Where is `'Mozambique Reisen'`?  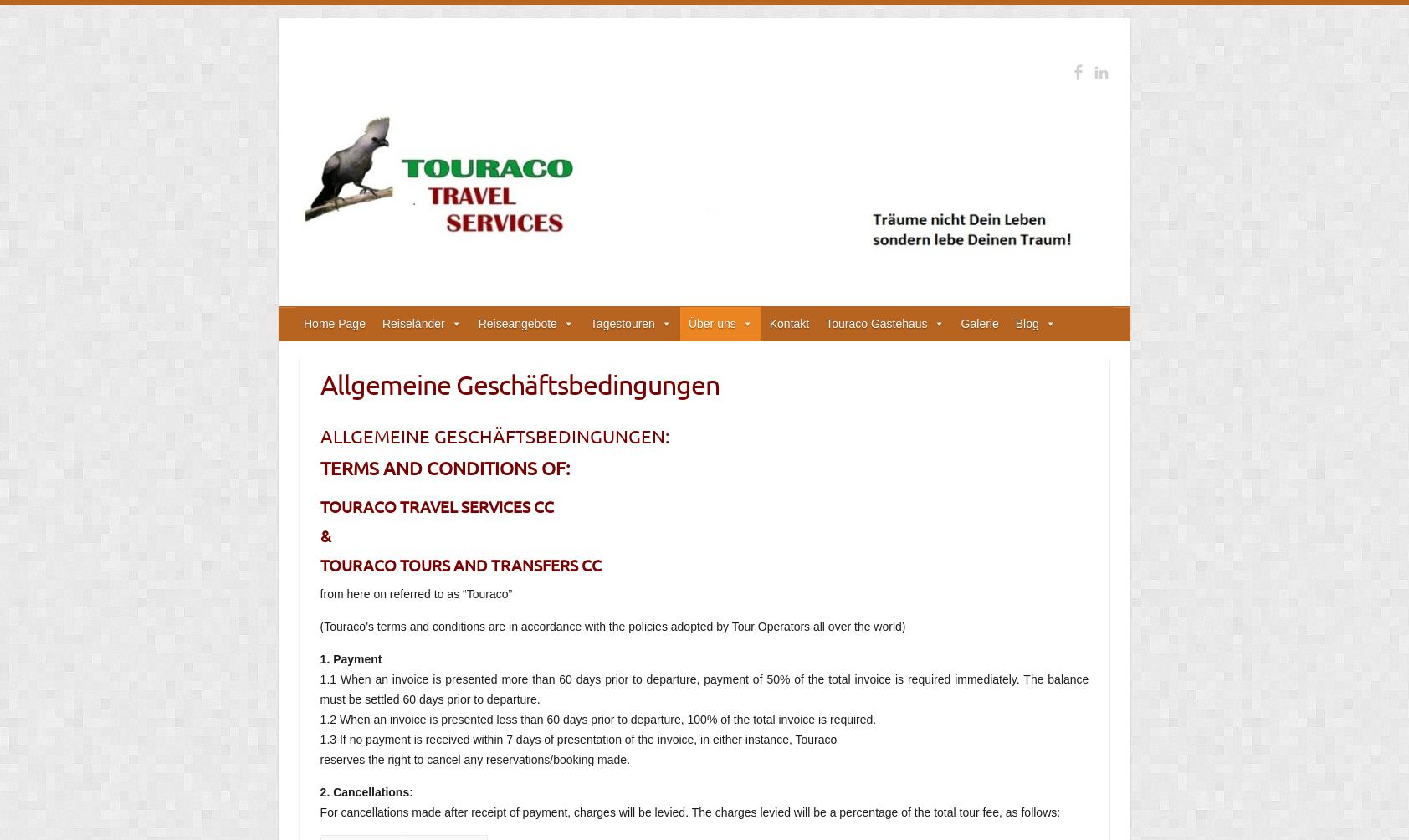
'Mozambique Reisen' is located at coordinates (531, 624).